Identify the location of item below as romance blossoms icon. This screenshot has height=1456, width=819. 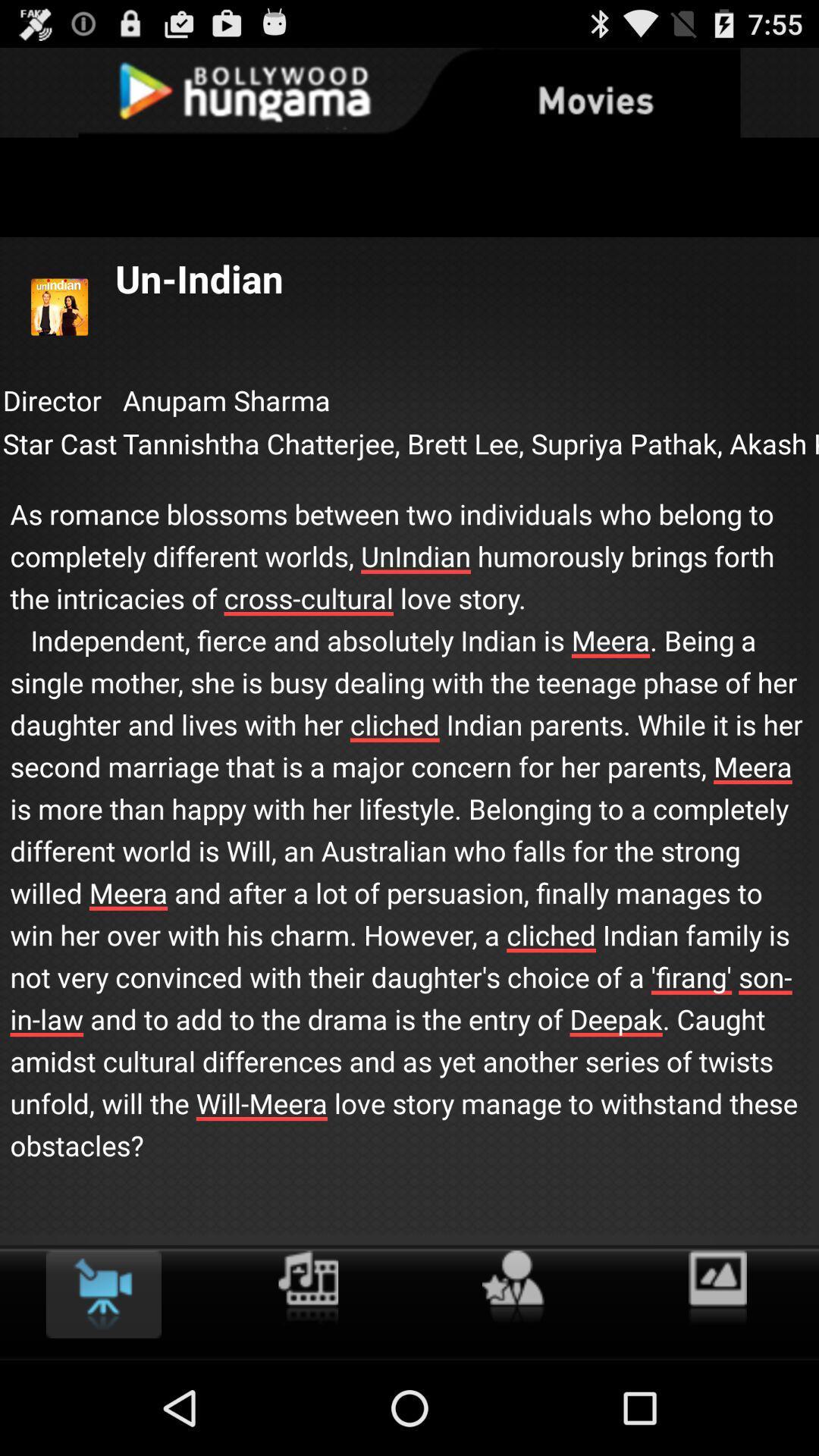
(512, 1287).